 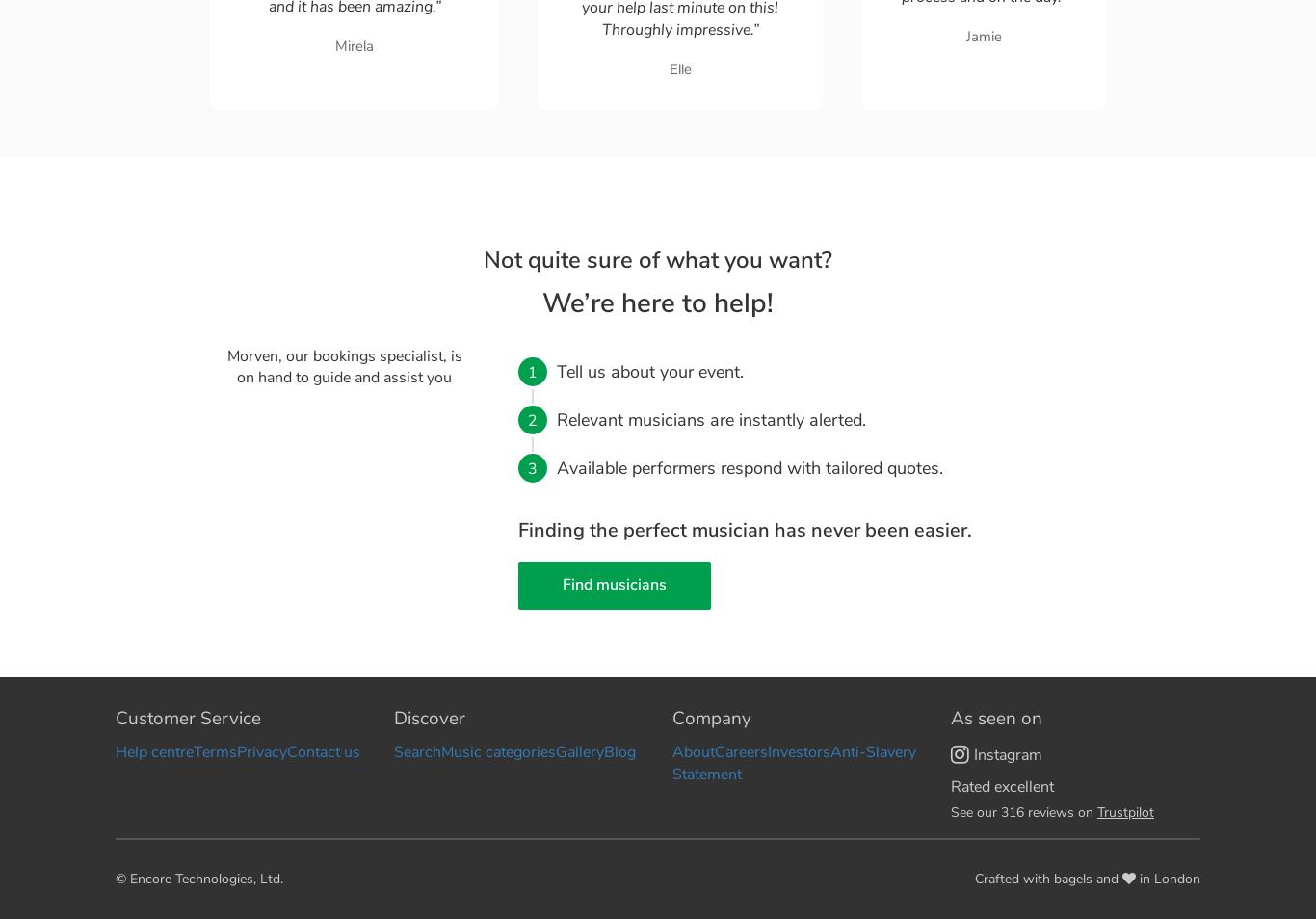 I want to click on 'Rated excellent', so click(x=1001, y=785).